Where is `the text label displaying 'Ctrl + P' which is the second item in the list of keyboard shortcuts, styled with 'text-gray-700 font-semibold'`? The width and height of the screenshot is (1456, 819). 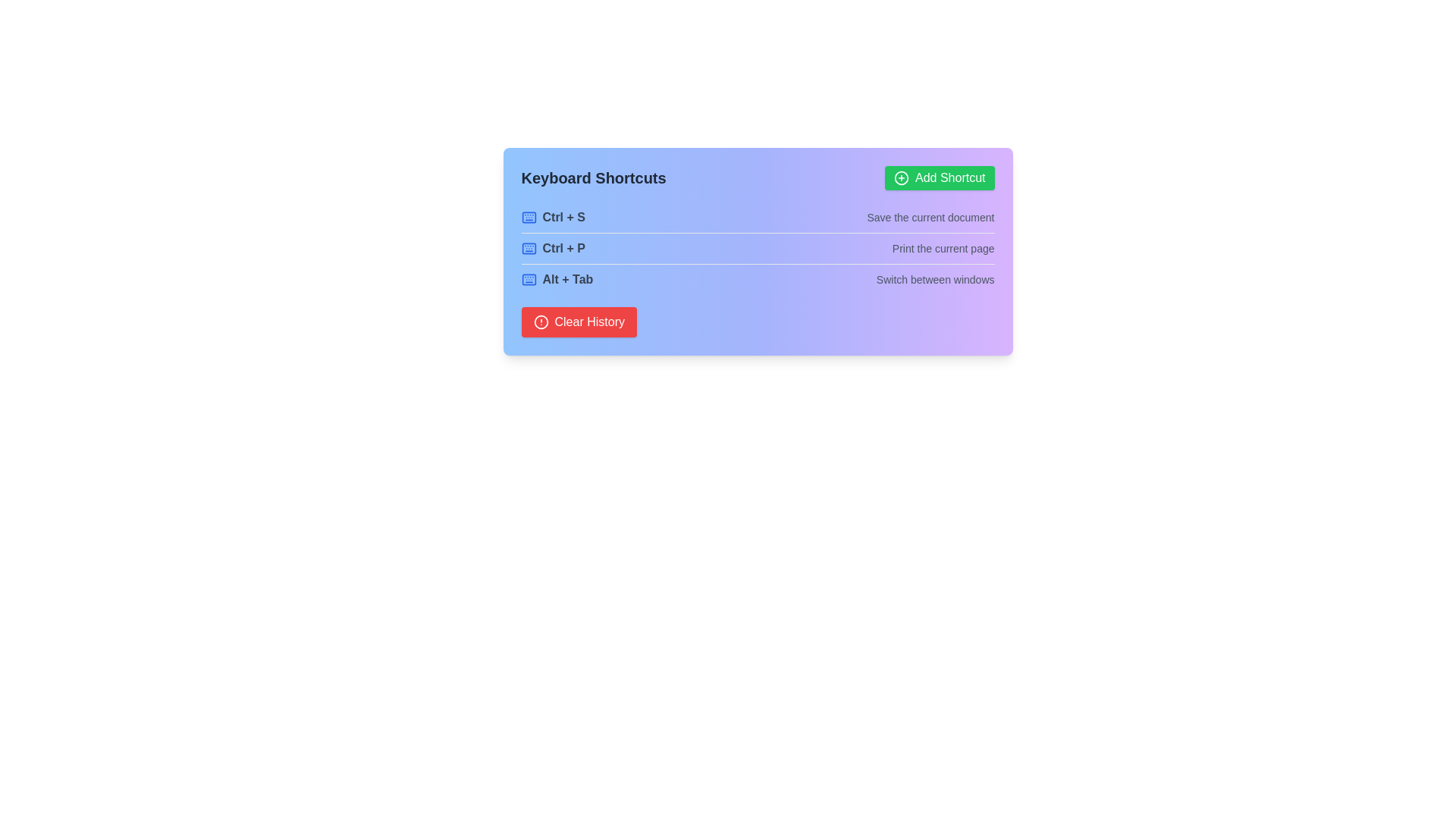
the text label displaying 'Ctrl + P' which is the second item in the list of keyboard shortcuts, styled with 'text-gray-700 font-semibold' is located at coordinates (563, 247).